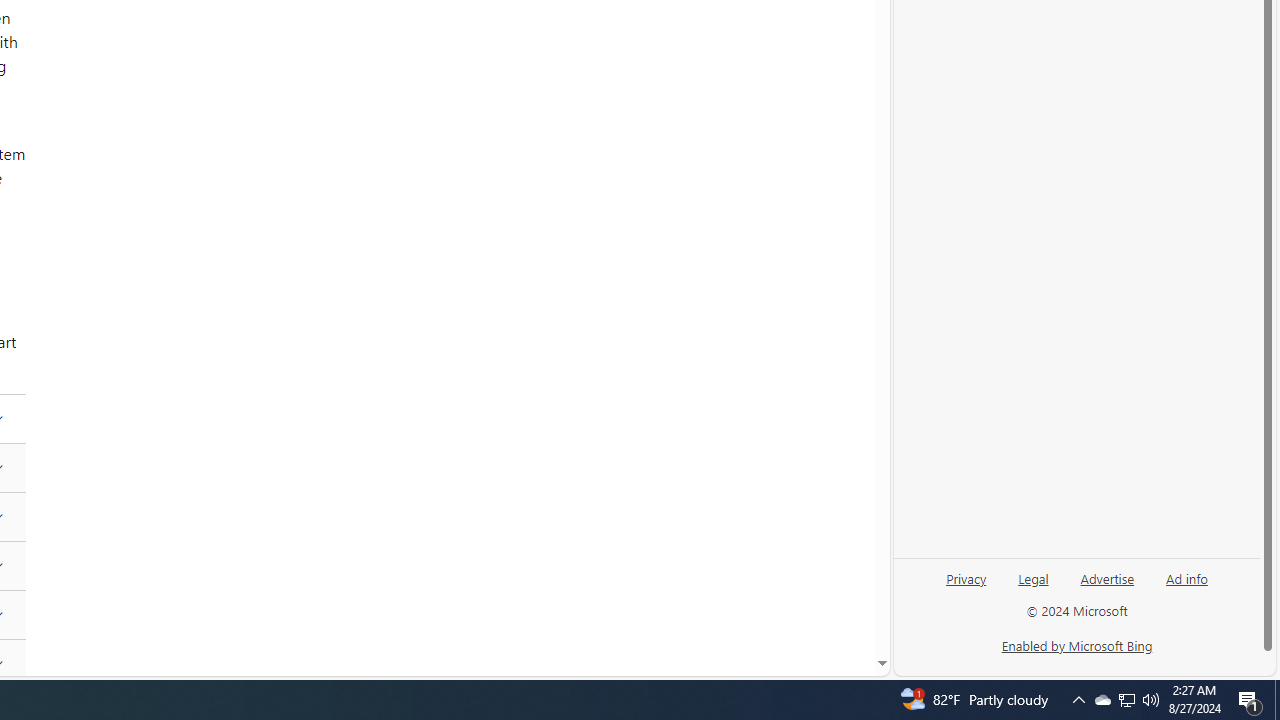 The image size is (1280, 720). What do you see at coordinates (1186, 585) in the screenshot?
I see `'Ad info'` at bounding box center [1186, 585].